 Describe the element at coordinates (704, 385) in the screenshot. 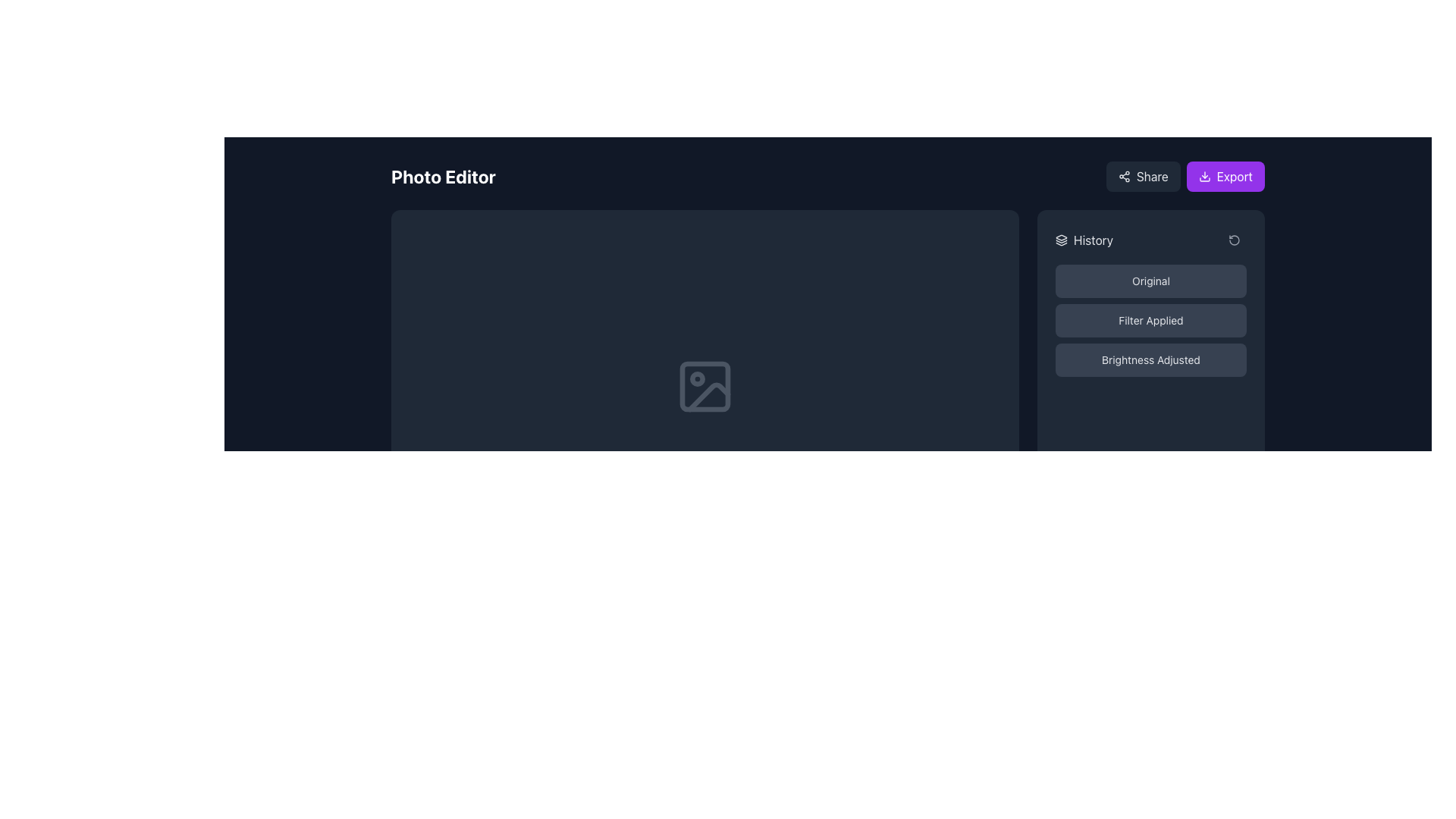

I see `the icon representing an image within the 'Change Image' box in the photo editor application interface` at that location.